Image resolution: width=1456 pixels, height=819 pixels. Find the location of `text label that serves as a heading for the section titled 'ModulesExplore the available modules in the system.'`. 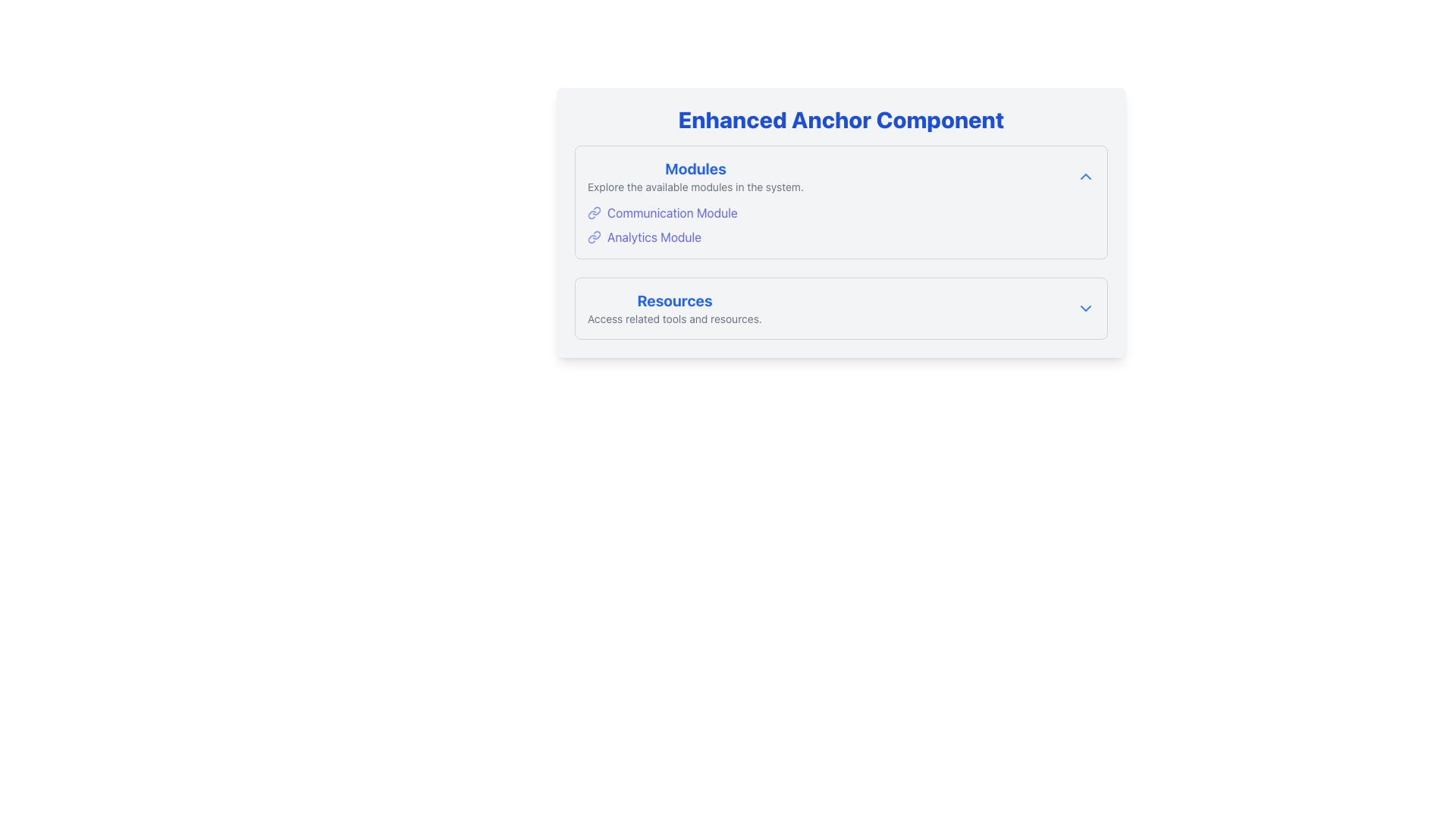

text label that serves as a heading for the section titled 'ModulesExplore the available modules in the system.' is located at coordinates (695, 169).